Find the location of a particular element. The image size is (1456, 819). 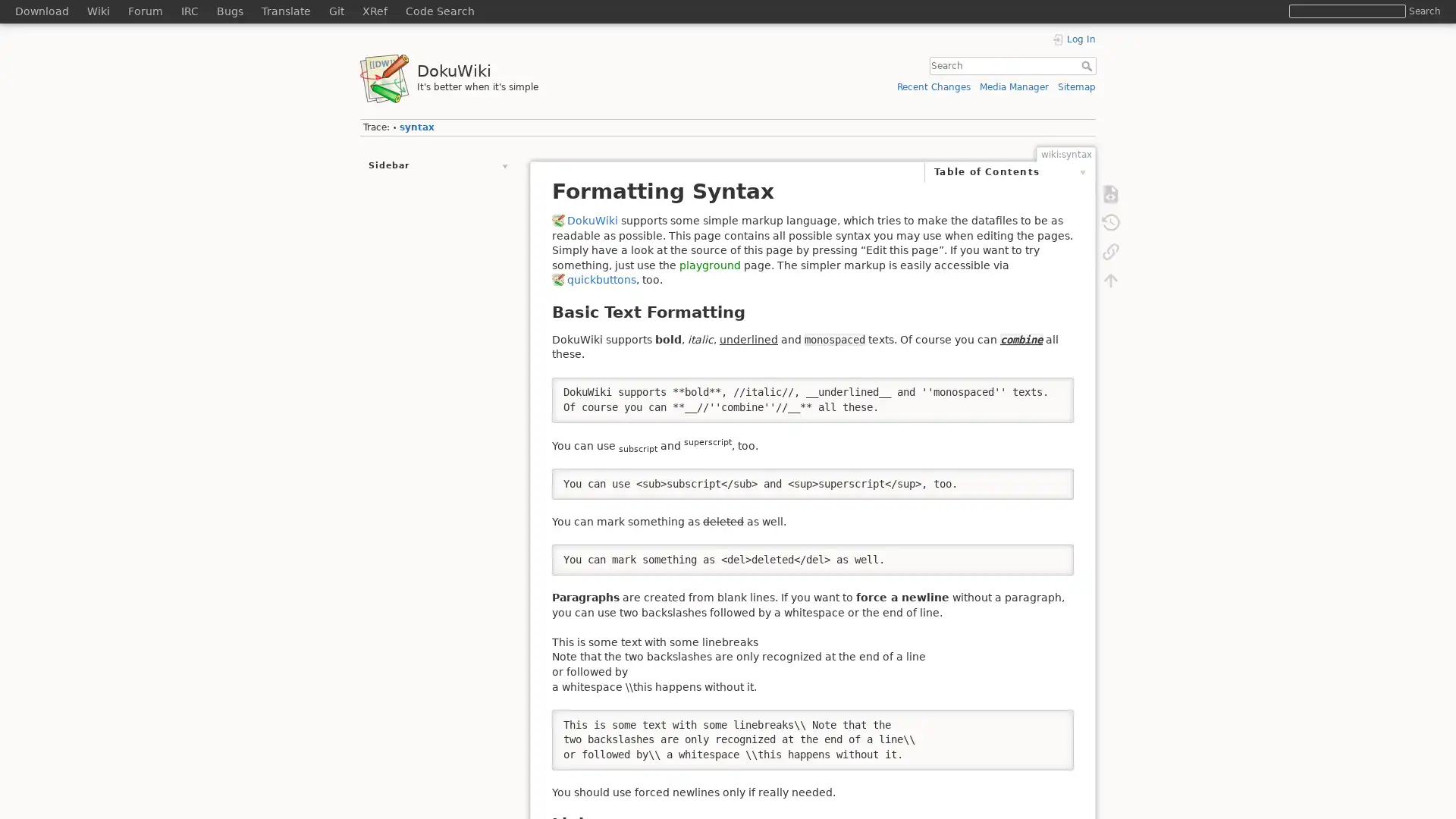

Search is located at coordinates (1087, 65).